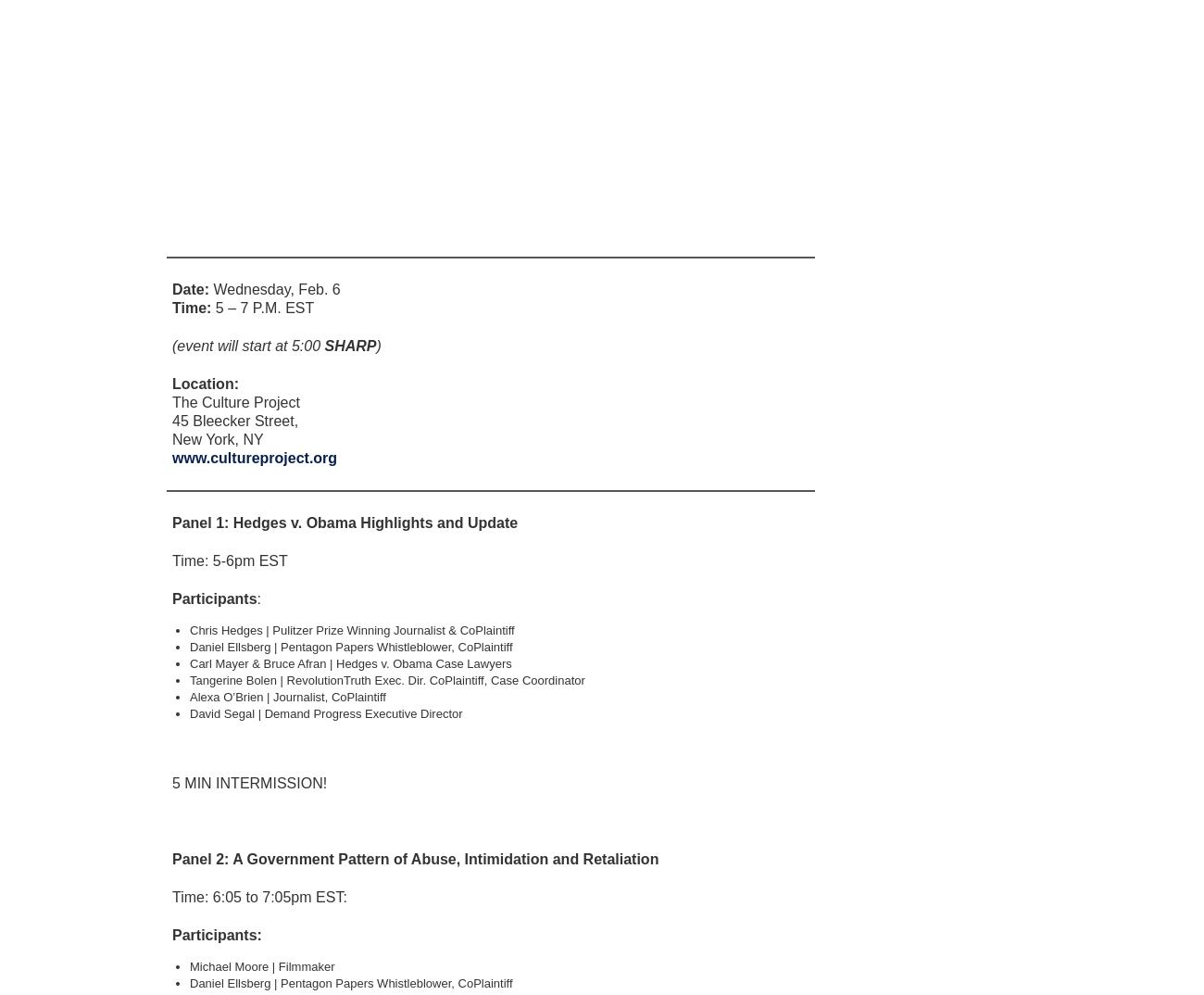  Describe the element at coordinates (234, 420) in the screenshot. I see `'45 Bleecker Street,'` at that location.